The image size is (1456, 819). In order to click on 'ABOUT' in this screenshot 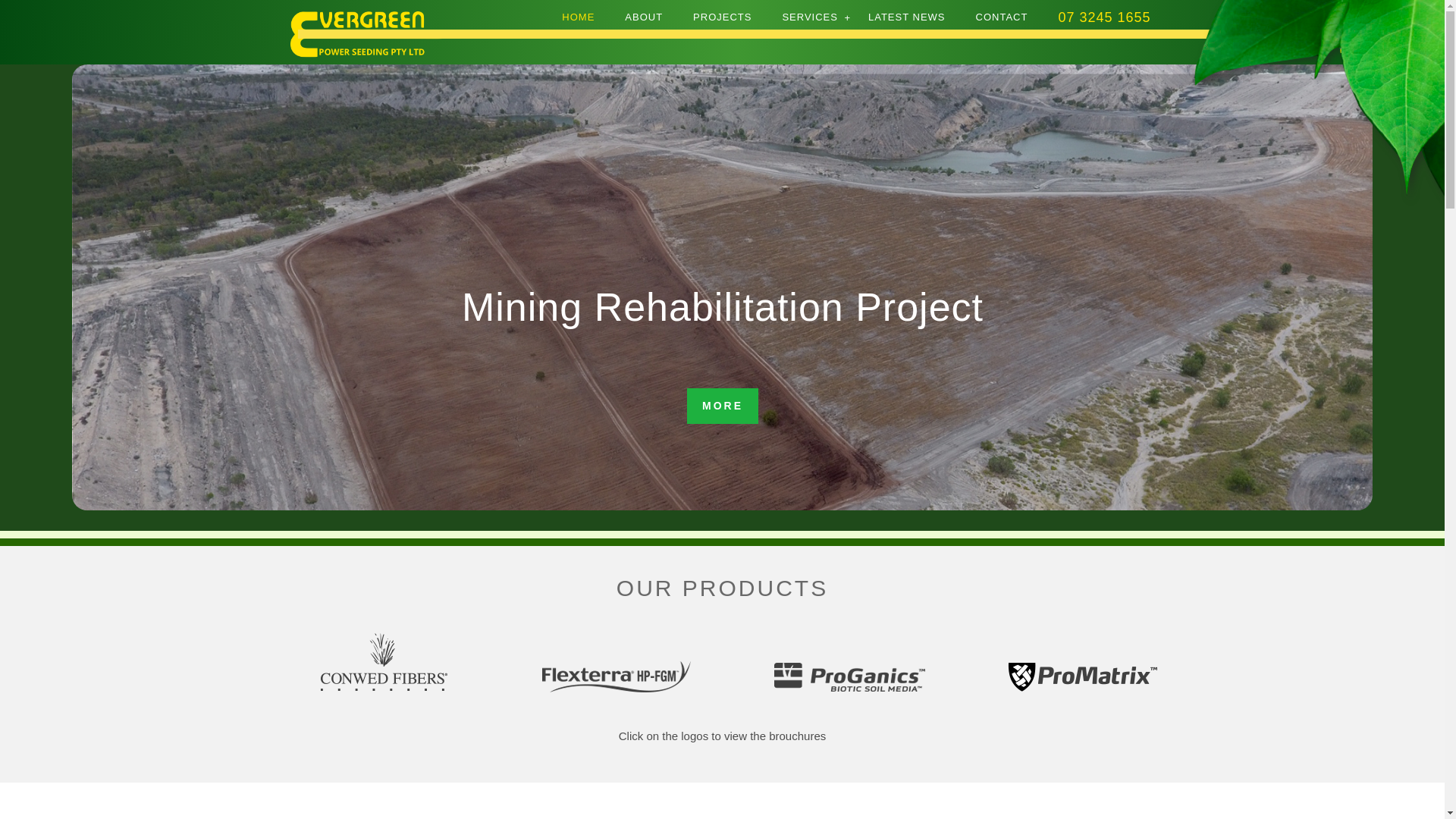, I will do `click(644, 17)`.